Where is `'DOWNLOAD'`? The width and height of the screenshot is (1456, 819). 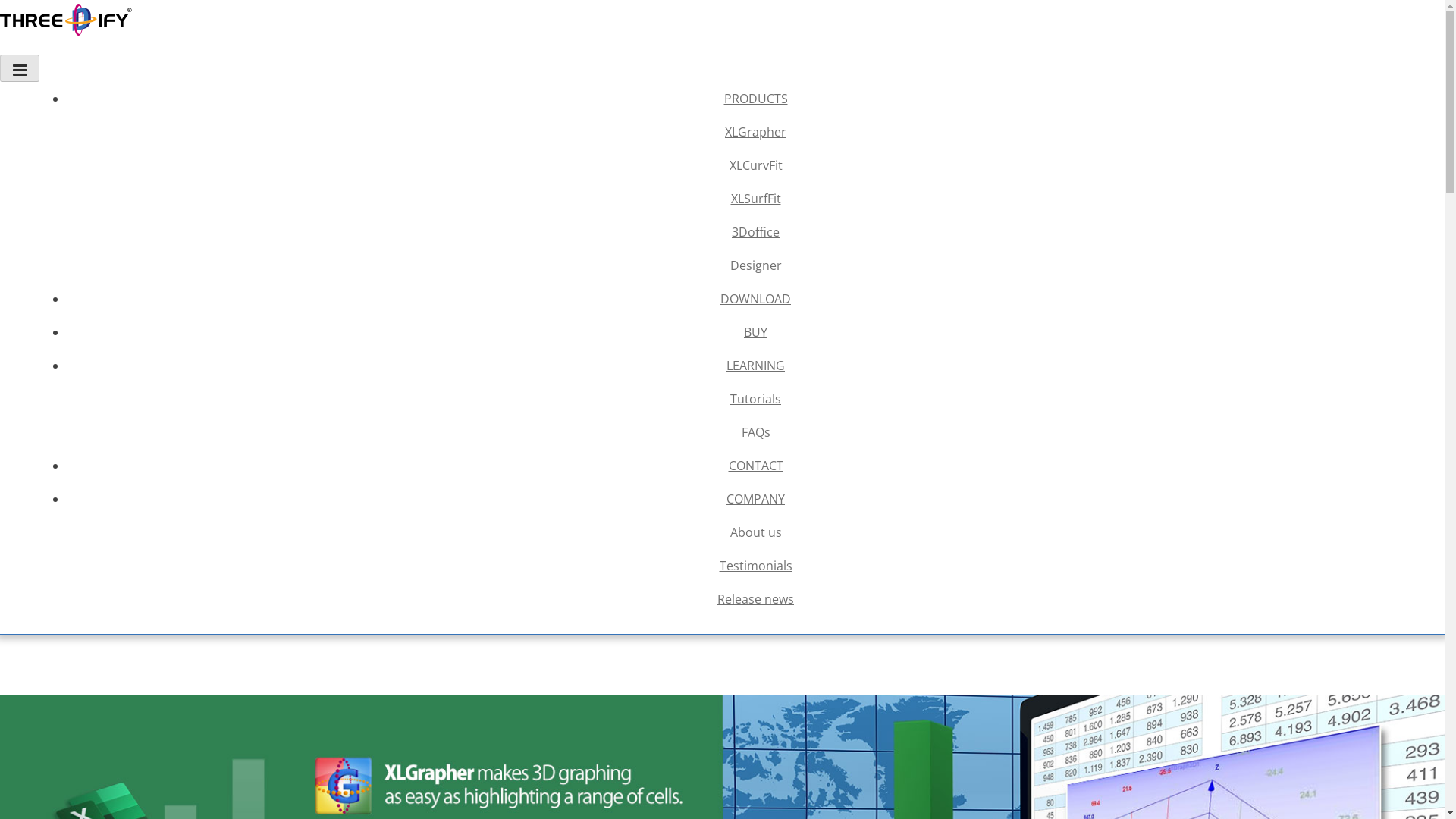 'DOWNLOAD' is located at coordinates (755, 298).